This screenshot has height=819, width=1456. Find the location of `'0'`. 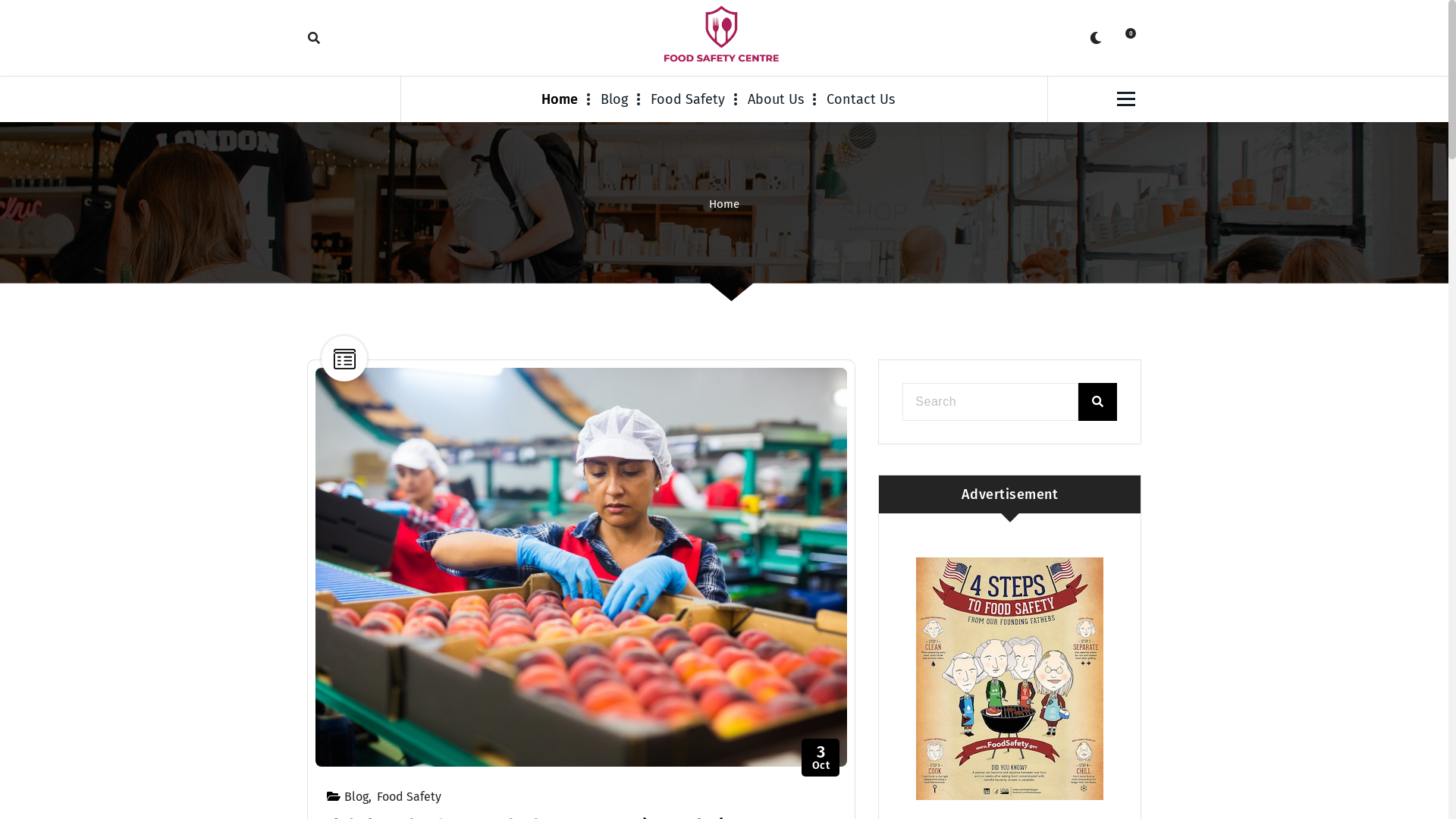

'0' is located at coordinates (1125, 37).